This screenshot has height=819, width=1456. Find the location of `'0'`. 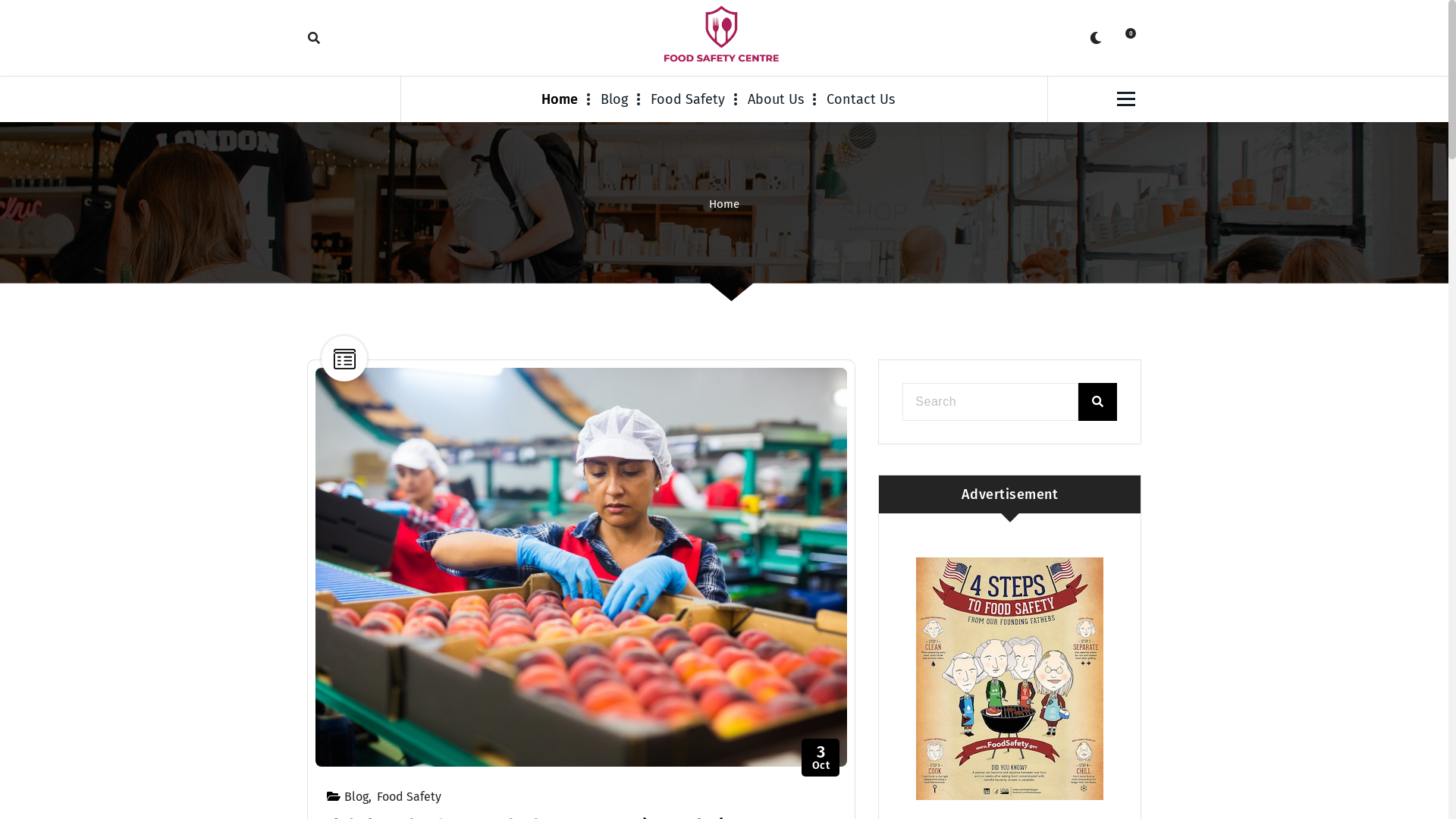

'0' is located at coordinates (1125, 37).